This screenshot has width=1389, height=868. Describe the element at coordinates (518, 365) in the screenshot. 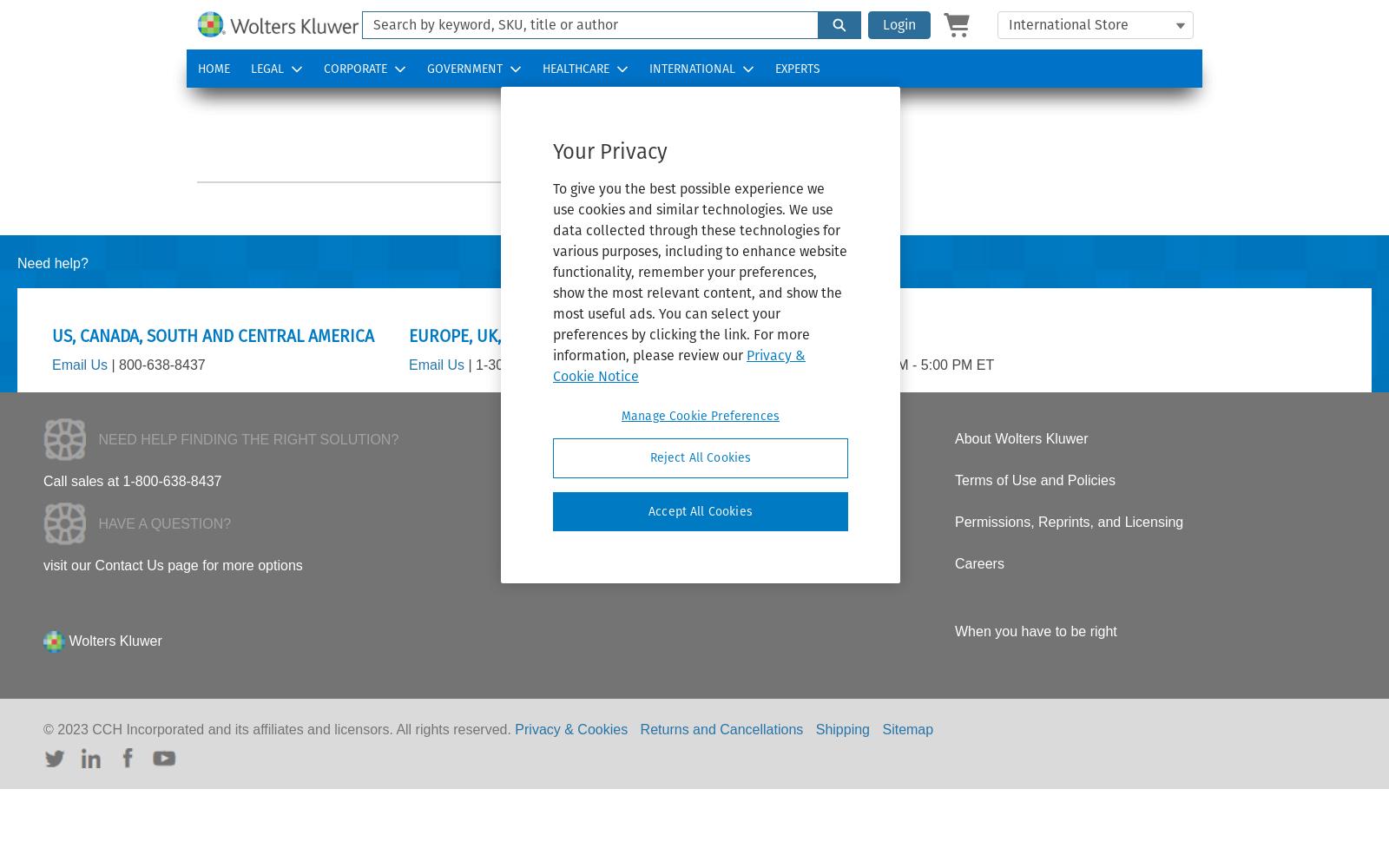

I see `'| 1-301-698-7100'` at that location.